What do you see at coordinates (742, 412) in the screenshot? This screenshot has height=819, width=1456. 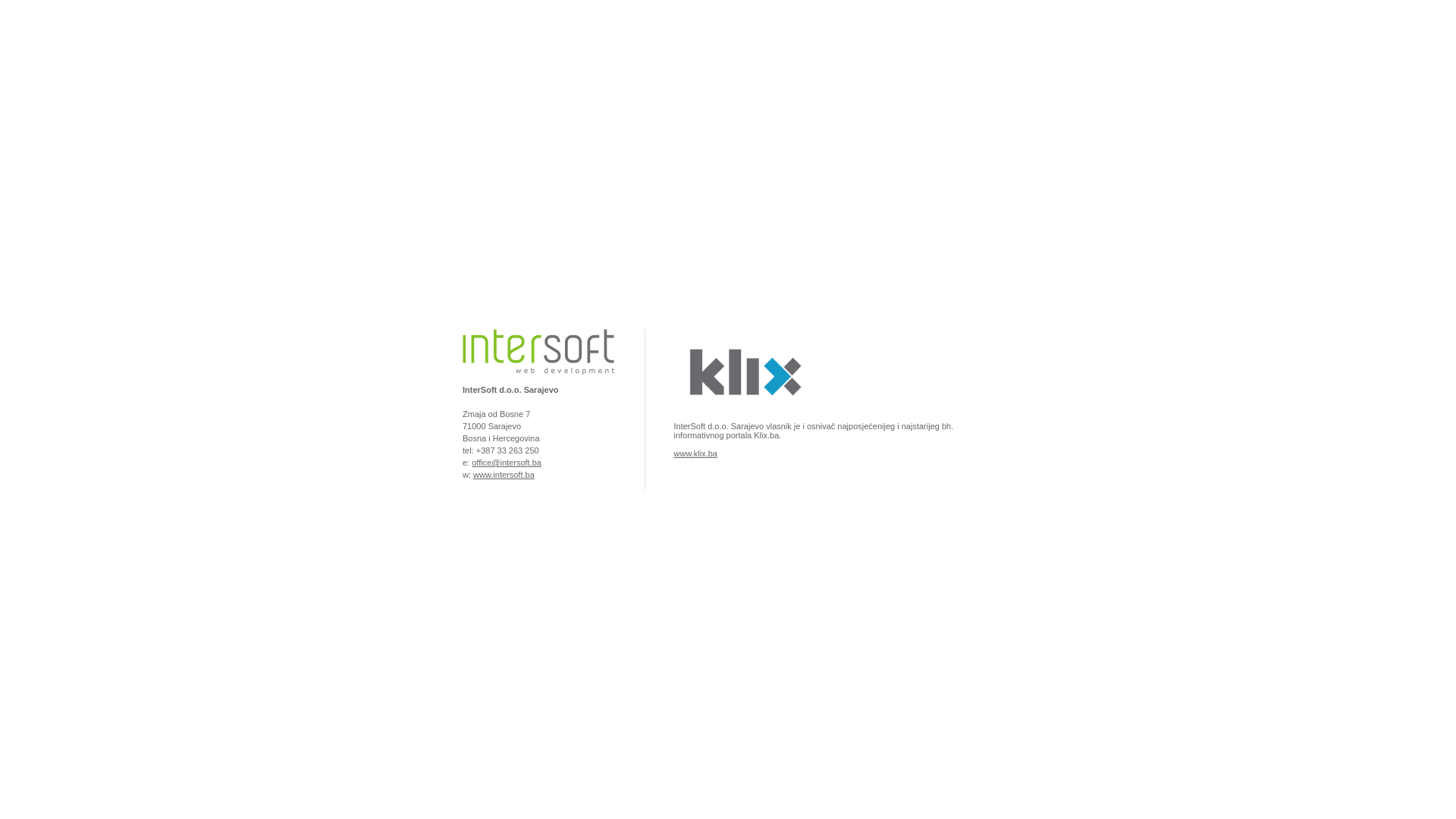 I see `'Klix.ba'` at bounding box center [742, 412].